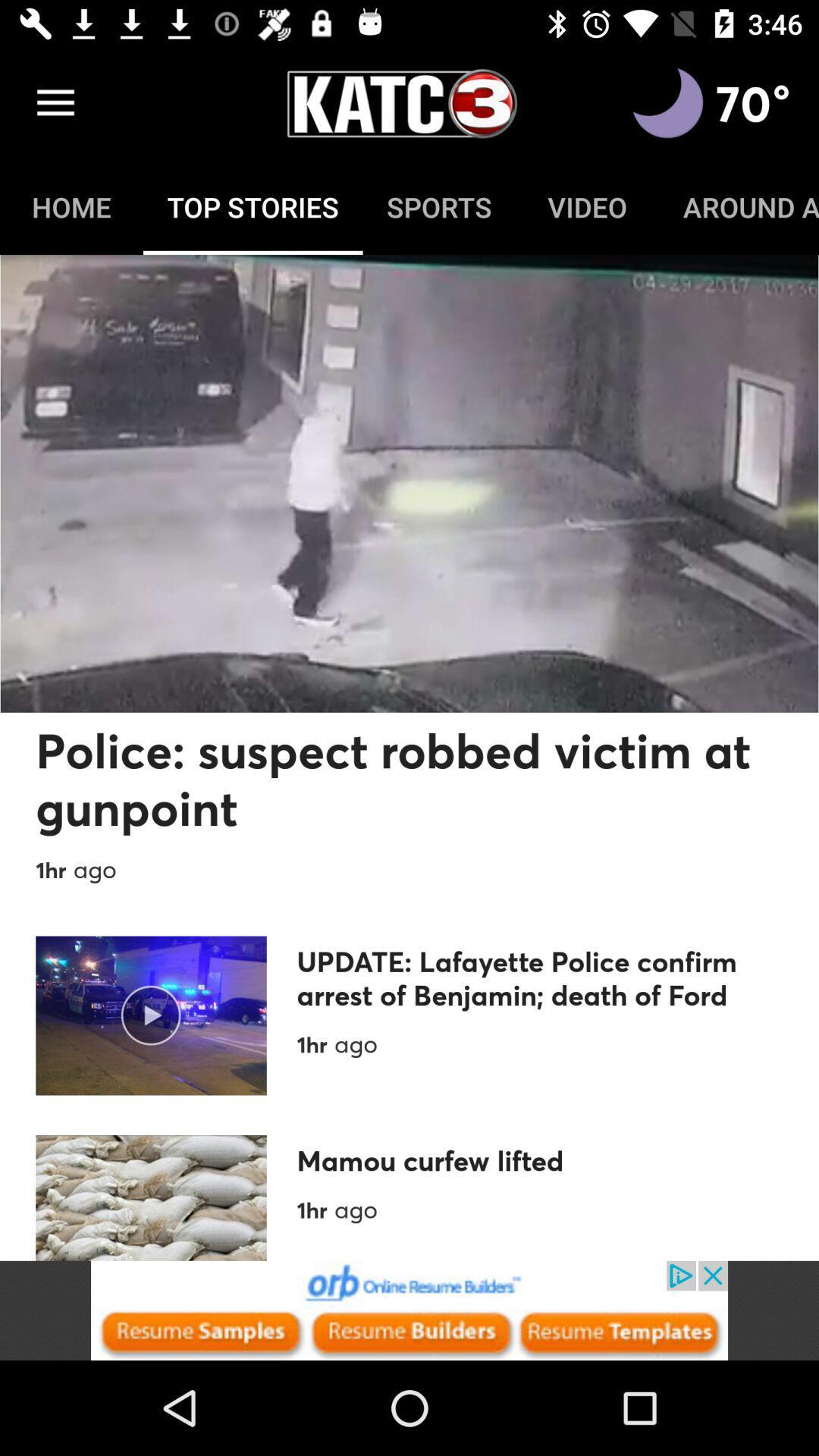 The width and height of the screenshot is (819, 1456). Describe the element at coordinates (409, 1310) in the screenshot. I see `advertisement` at that location.